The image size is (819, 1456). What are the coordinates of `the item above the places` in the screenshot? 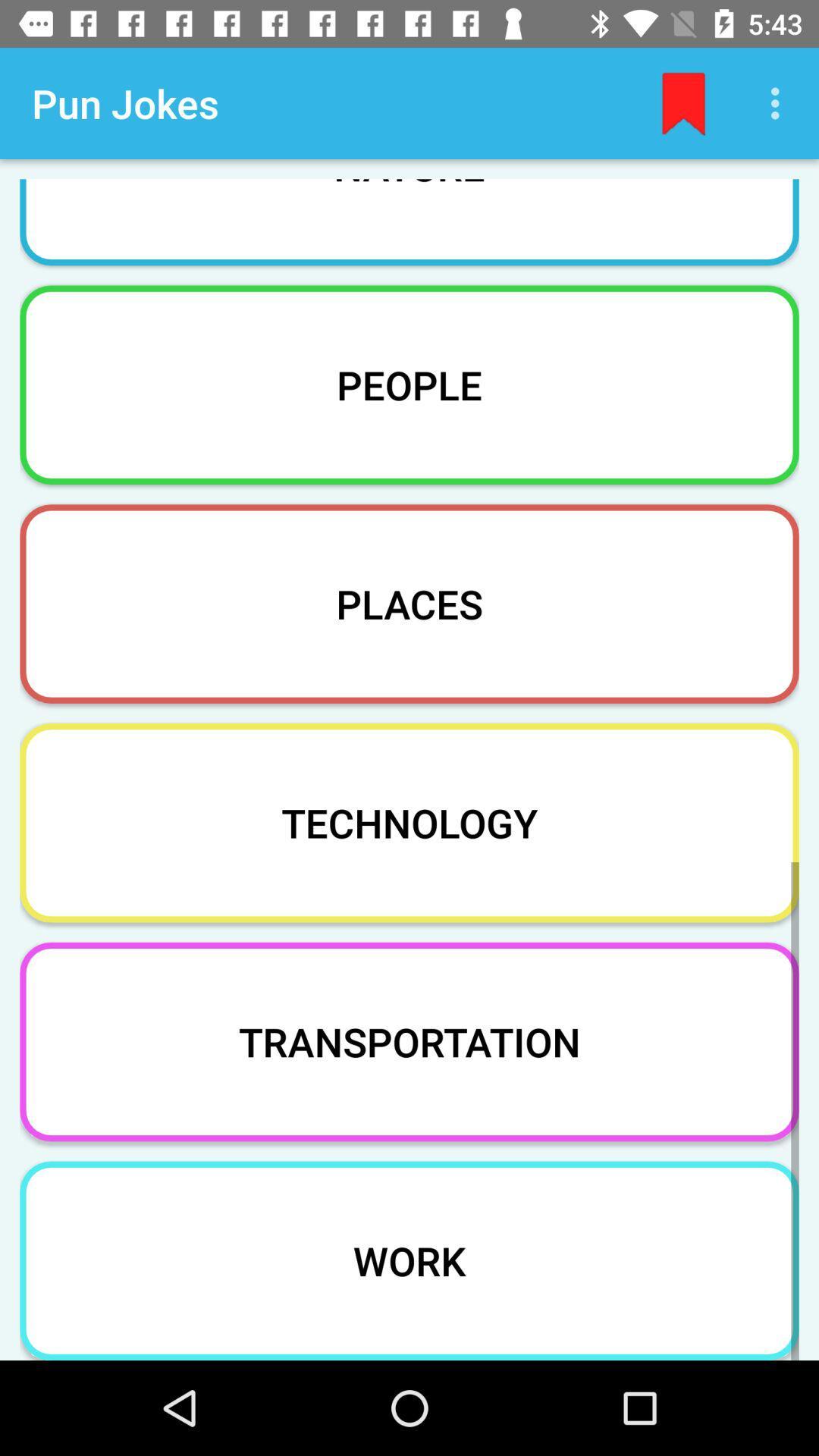 It's located at (409, 384).